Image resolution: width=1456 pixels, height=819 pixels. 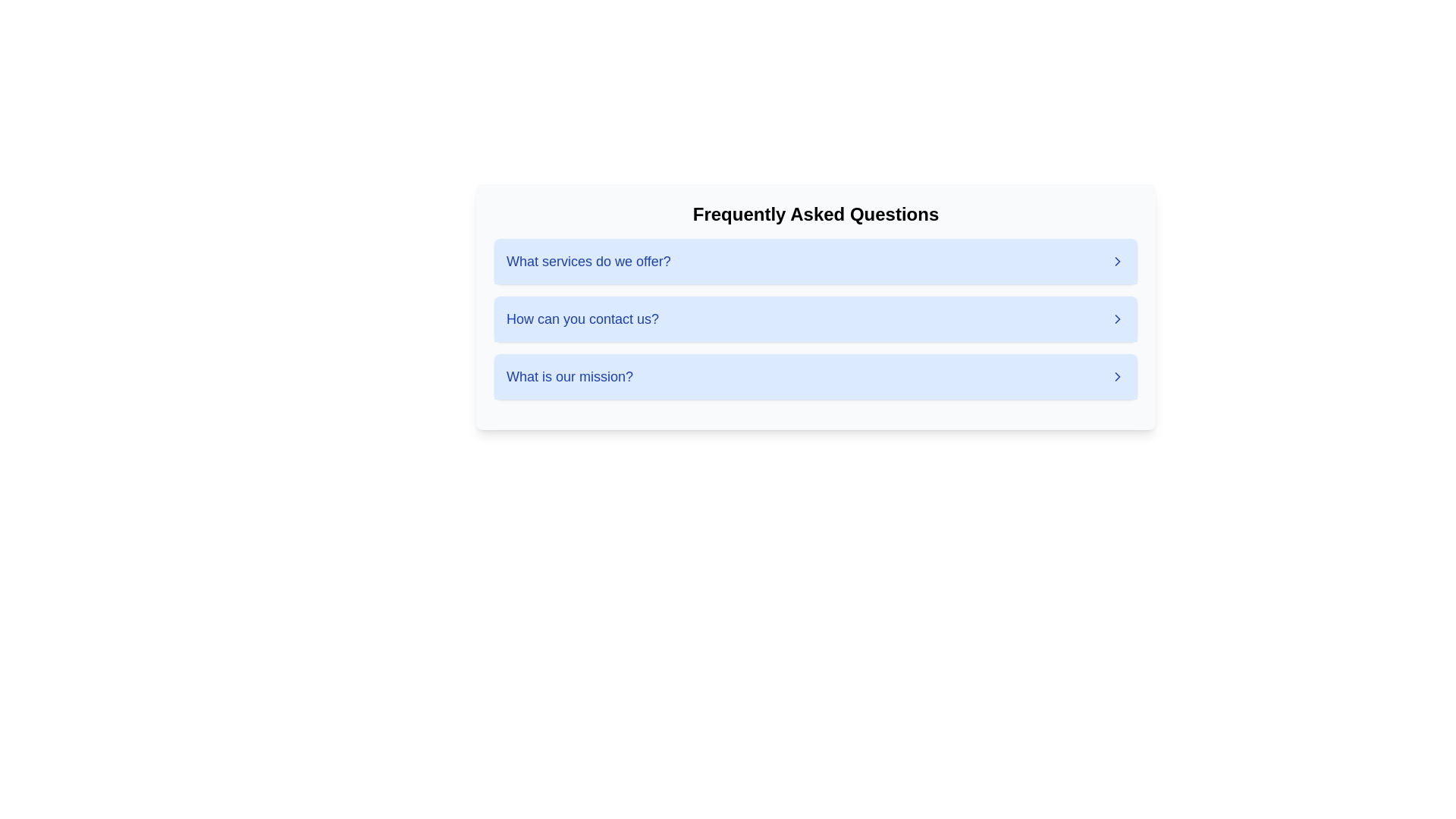 I want to click on the rightward arrow icon outlined against a light blue background, which is positioned at the far-right end of the row containing the text 'How can you contact us?', so click(x=1117, y=318).